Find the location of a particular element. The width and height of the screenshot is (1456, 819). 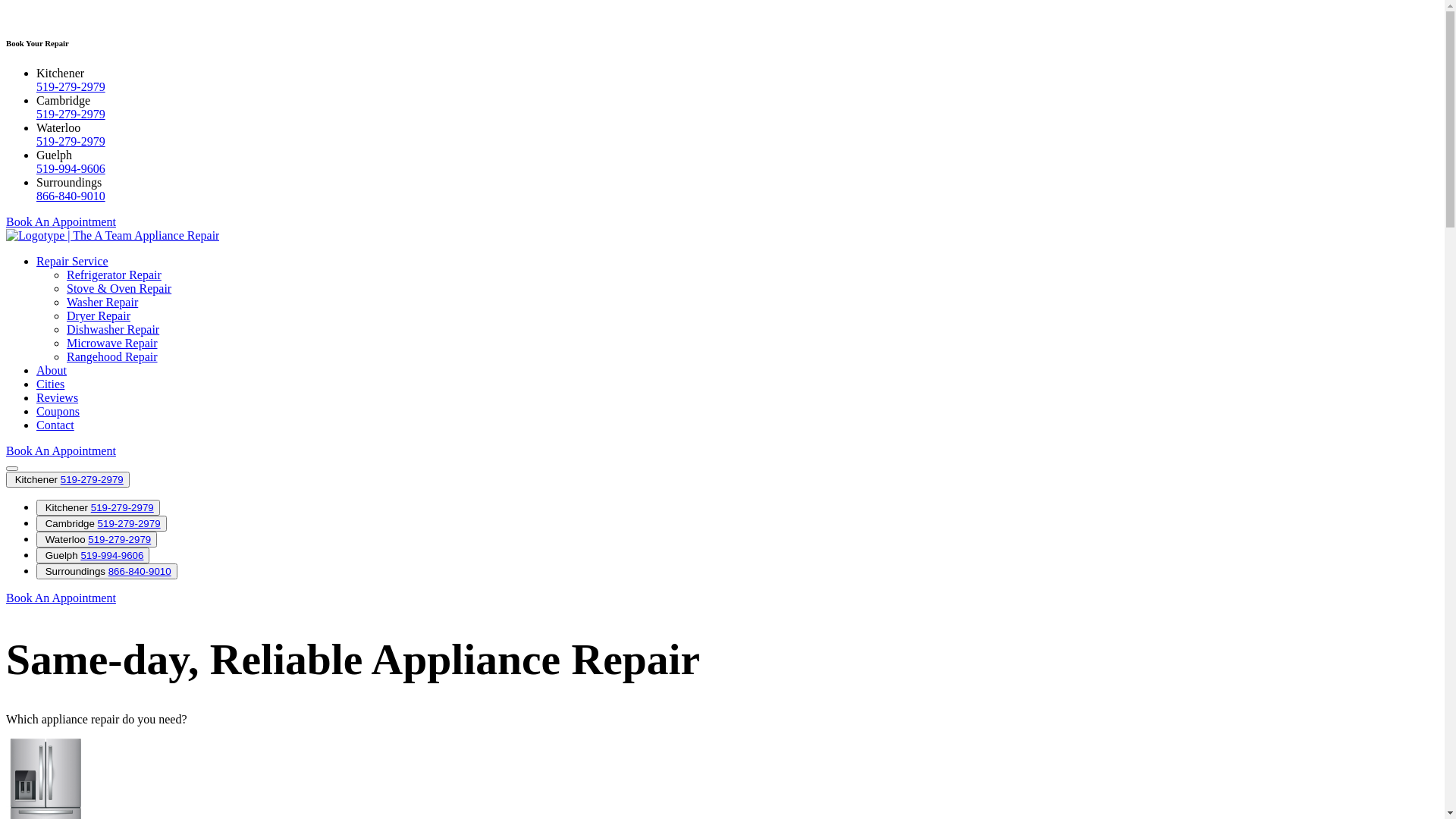

'Repair Service' is located at coordinates (36, 260).